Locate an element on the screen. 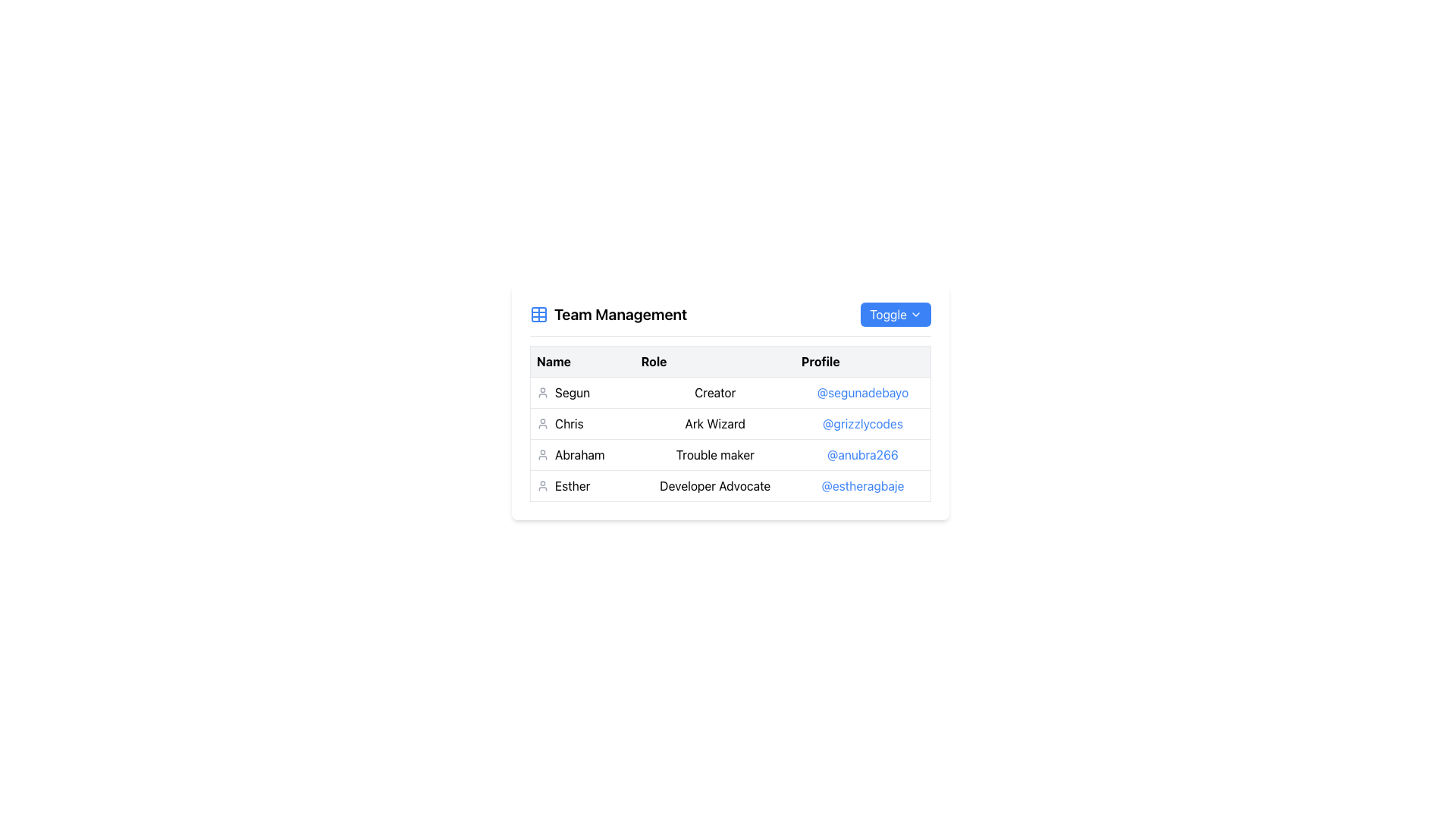 The width and height of the screenshot is (1456, 819). text label identifying Esther's role in the team management table, located in the 'Role' column adjacent to her name is located at coordinates (714, 485).